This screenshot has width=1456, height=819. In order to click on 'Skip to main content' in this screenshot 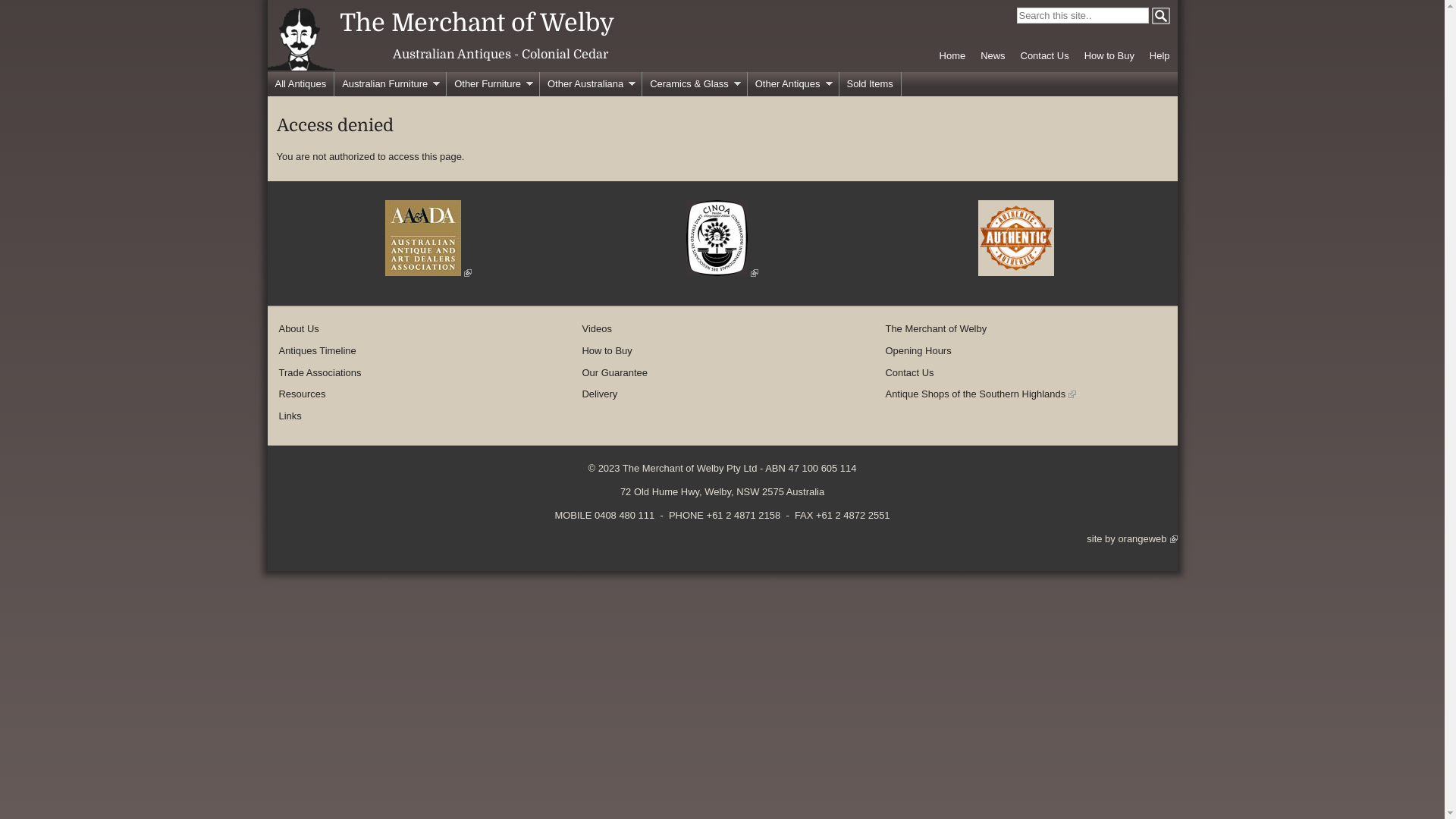, I will do `click(707, 0)`.